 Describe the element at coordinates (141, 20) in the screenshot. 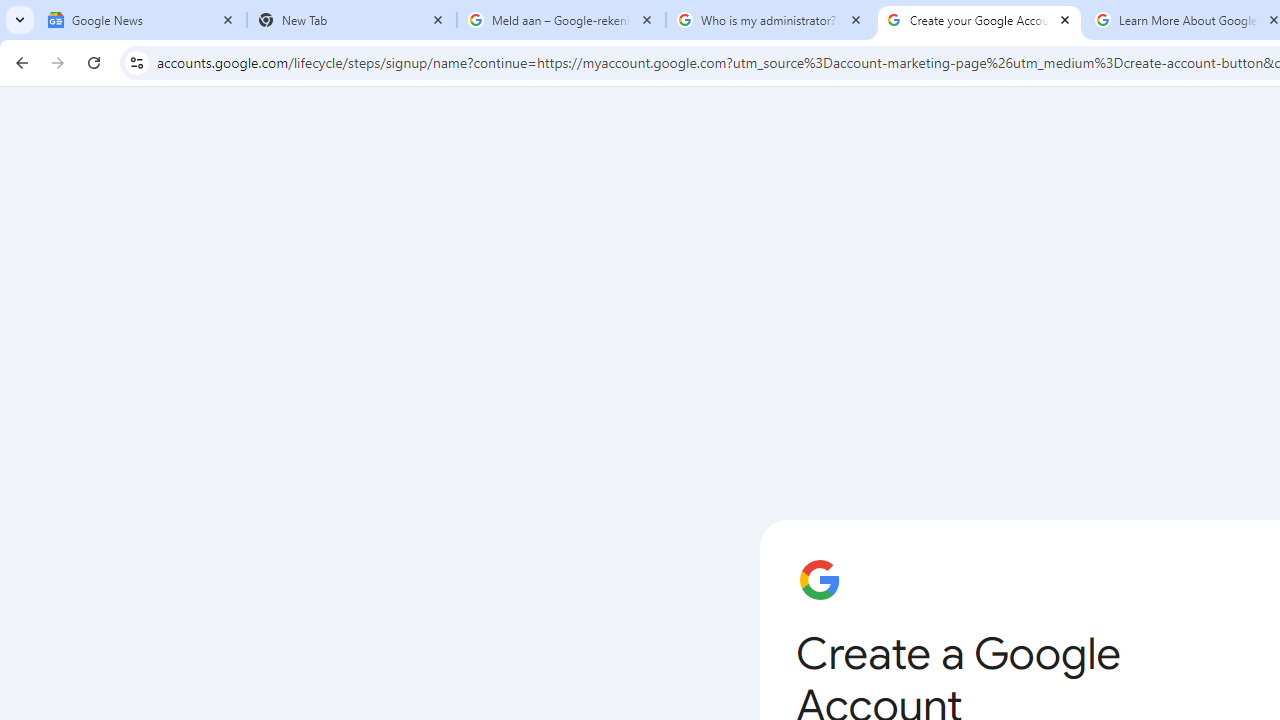

I see `'Google News'` at that location.